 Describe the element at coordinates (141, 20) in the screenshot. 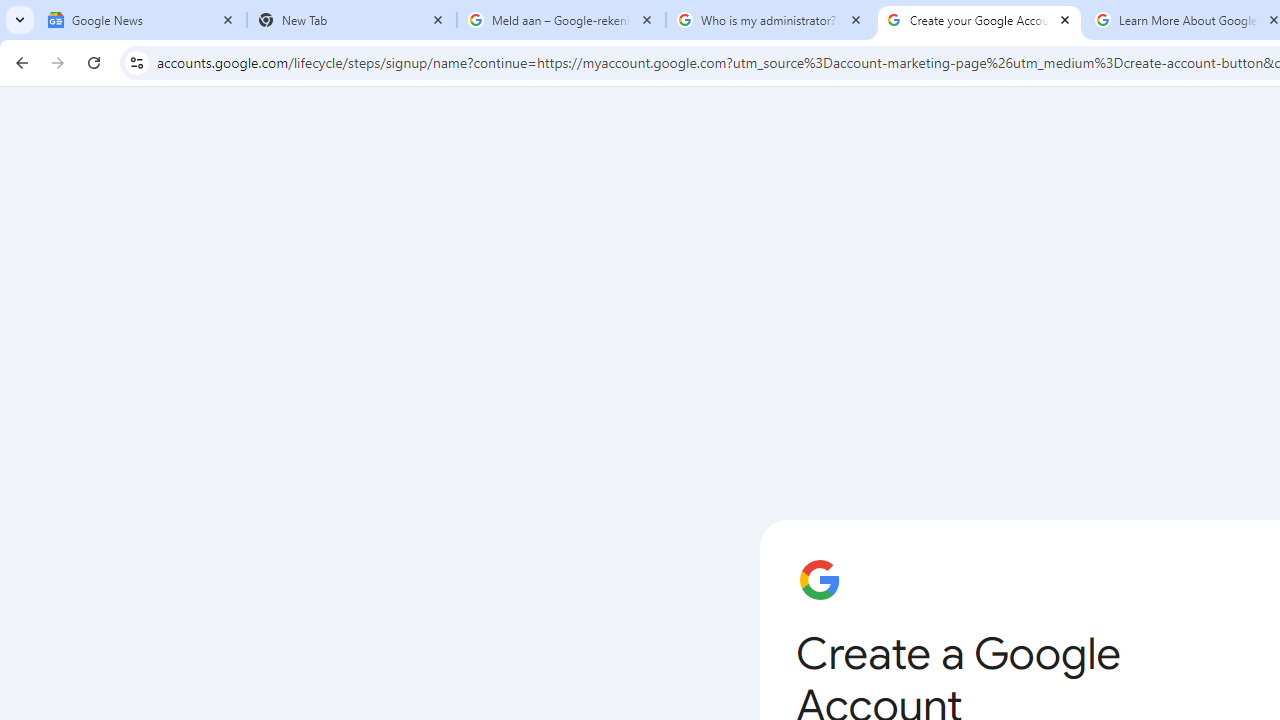

I see `'Google News'` at that location.